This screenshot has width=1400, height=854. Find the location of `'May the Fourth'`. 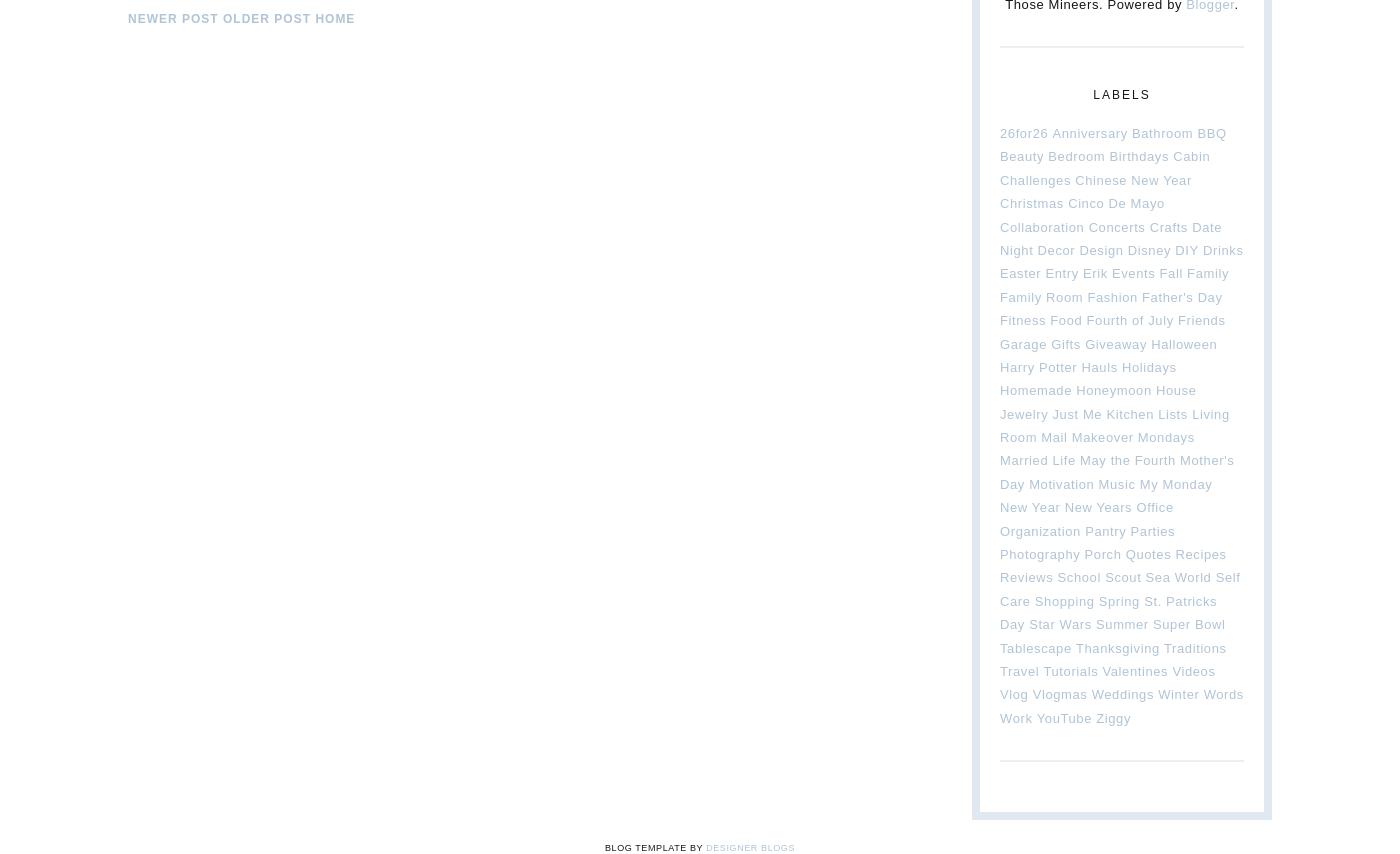

'May the Fourth' is located at coordinates (1127, 460).